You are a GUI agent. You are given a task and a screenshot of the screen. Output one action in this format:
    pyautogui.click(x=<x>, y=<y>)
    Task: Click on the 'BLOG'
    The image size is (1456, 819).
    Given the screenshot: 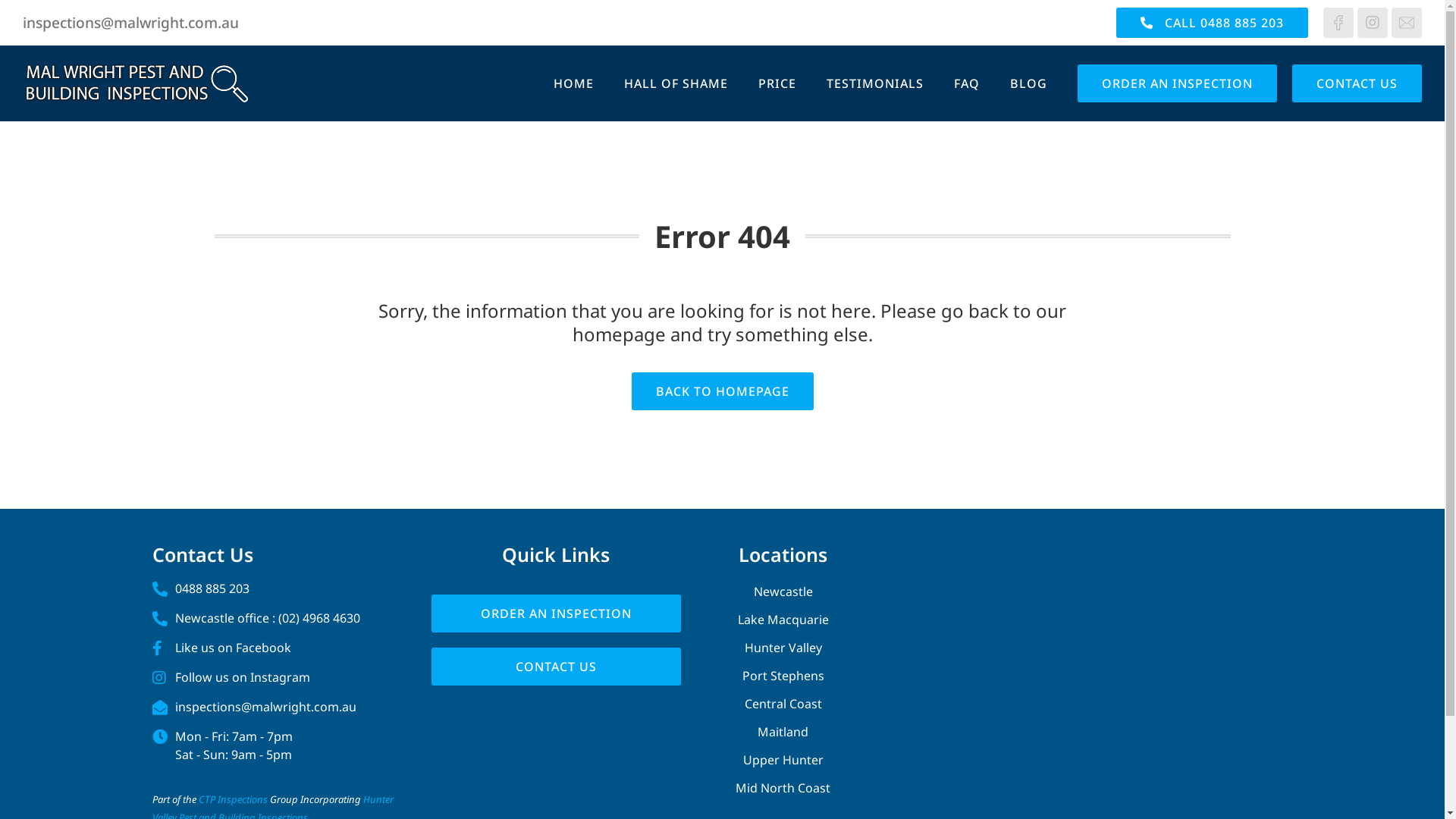 What is the action you would take?
    pyautogui.click(x=1028, y=83)
    